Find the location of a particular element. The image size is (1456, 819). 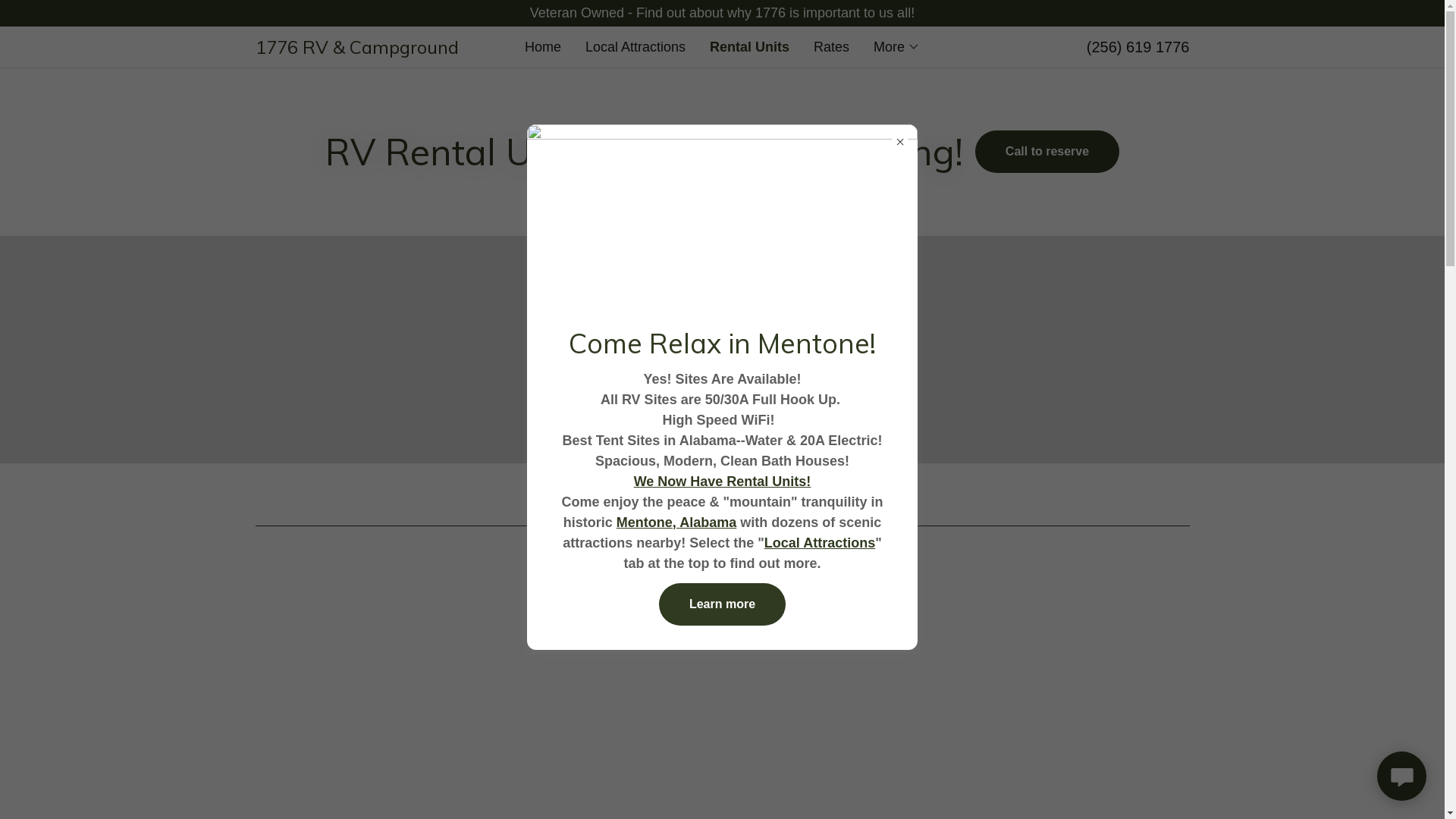

'More' is located at coordinates (896, 45).